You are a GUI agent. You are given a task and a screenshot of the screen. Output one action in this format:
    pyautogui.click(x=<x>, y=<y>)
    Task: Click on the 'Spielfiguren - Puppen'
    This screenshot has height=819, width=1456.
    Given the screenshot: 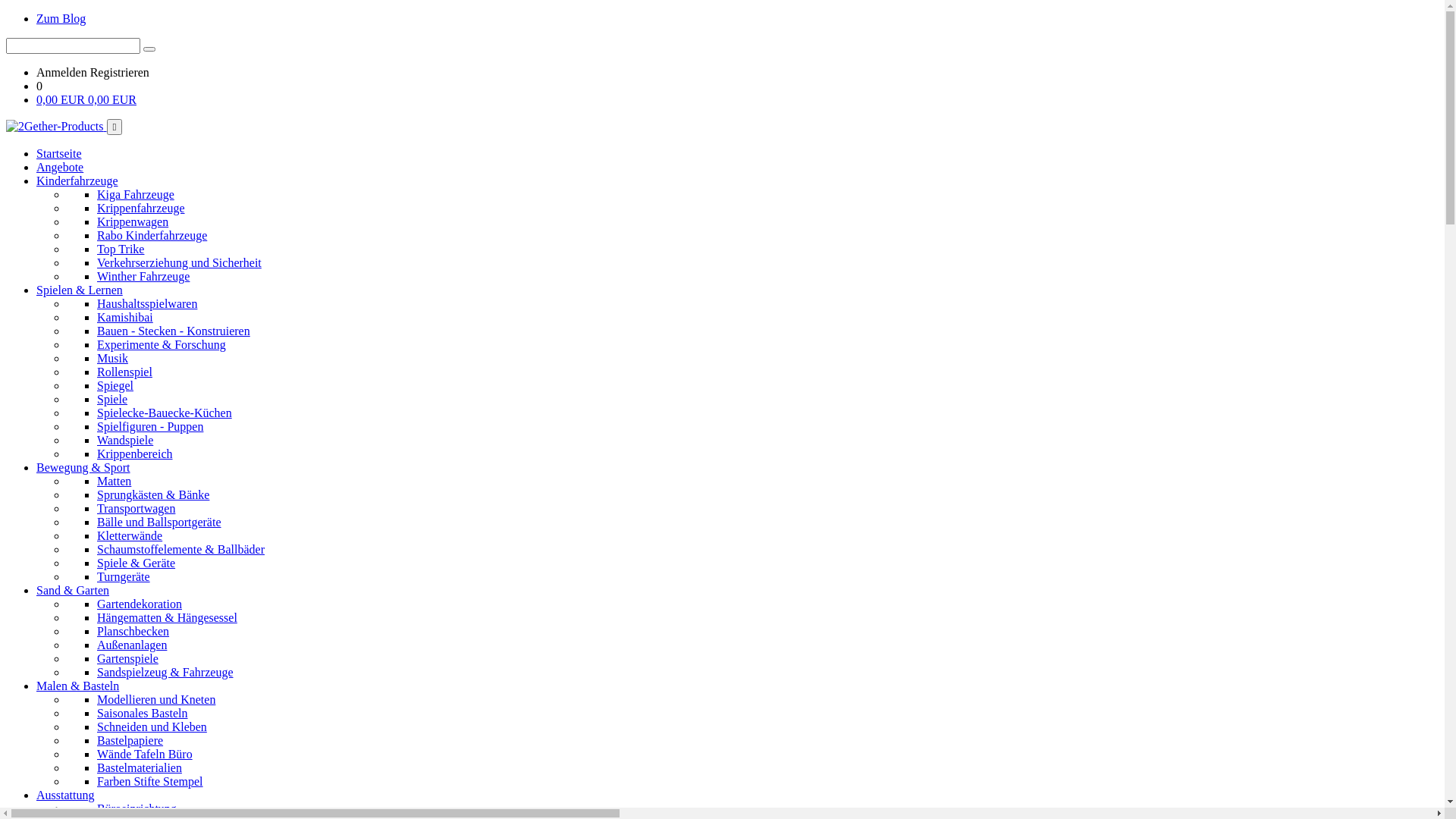 What is the action you would take?
    pyautogui.click(x=149, y=426)
    